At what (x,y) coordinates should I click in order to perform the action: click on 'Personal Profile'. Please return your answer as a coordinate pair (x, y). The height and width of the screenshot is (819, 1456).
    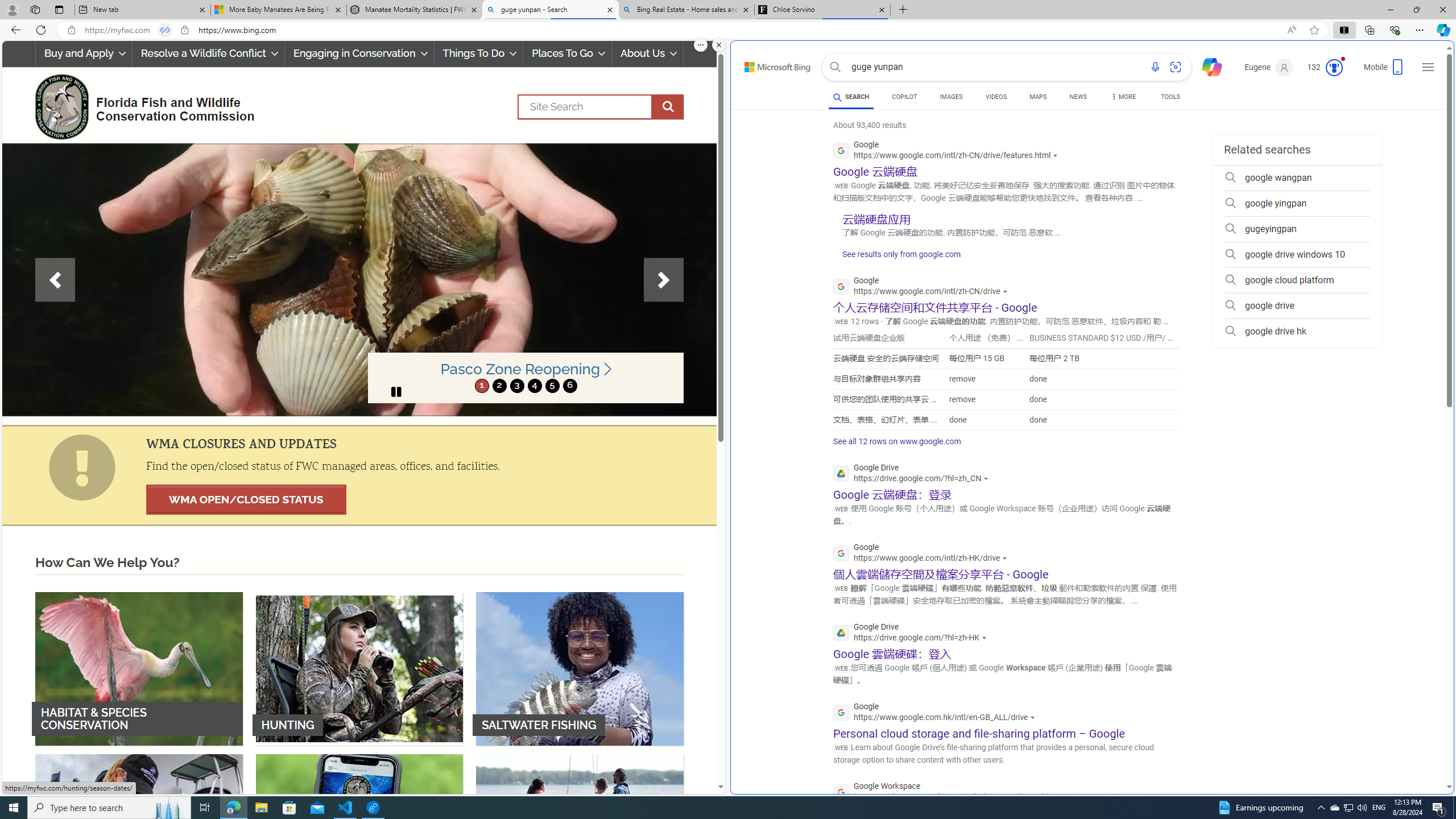
    Looking at the image, I should click on (11, 9).